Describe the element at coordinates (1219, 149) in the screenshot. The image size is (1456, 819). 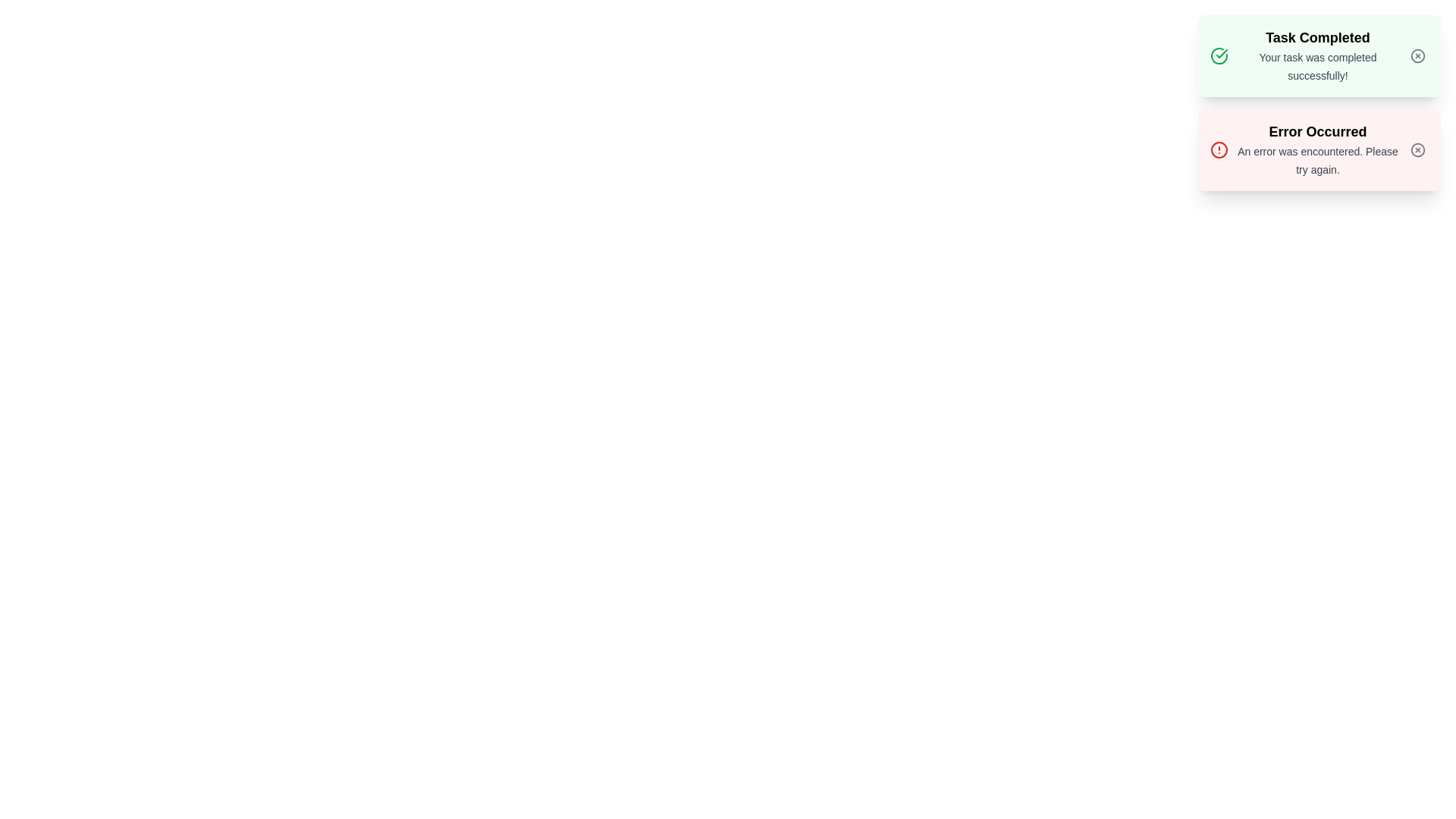
I see `the error alert icon located on the left side of the notification box with a red background, which indicates an error with the title 'Error Occurred'` at that location.